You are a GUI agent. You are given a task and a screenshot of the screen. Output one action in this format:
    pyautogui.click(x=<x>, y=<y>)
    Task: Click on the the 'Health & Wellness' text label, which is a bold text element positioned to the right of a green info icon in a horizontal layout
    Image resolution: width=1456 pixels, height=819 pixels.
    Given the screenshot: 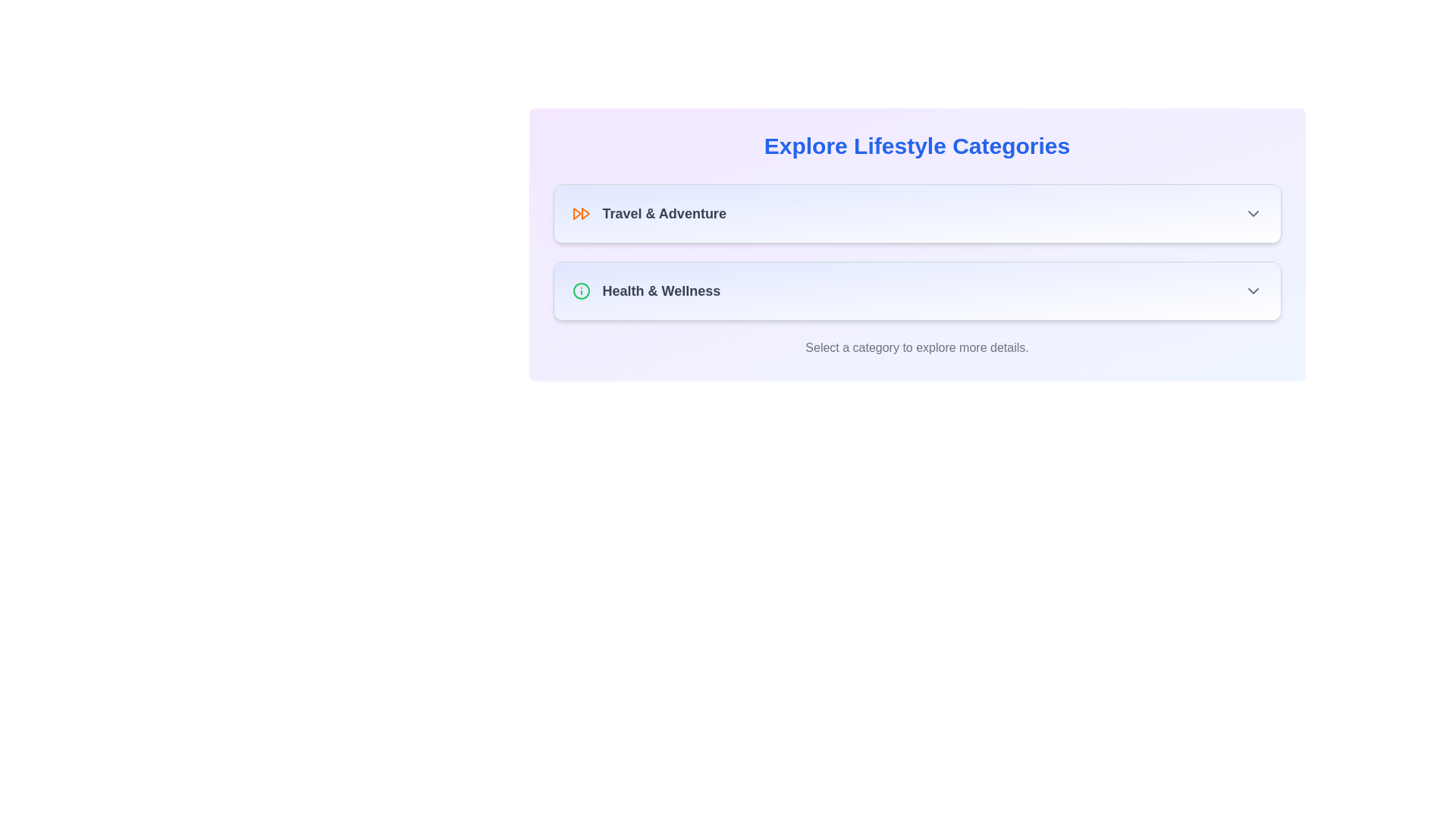 What is the action you would take?
    pyautogui.click(x=661, y=291)
    